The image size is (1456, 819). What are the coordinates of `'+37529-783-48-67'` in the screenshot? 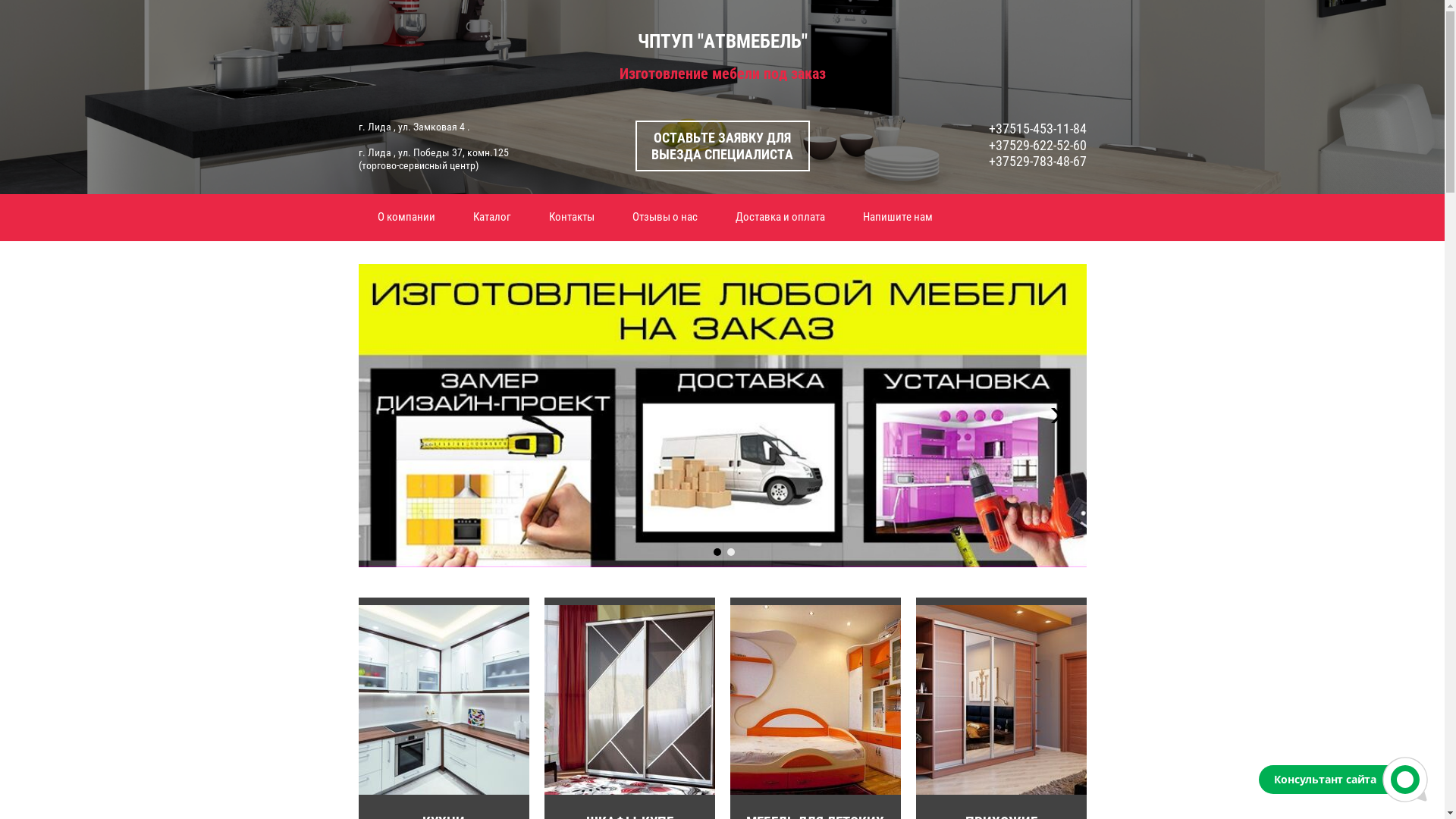 It's located at (1037, 161).